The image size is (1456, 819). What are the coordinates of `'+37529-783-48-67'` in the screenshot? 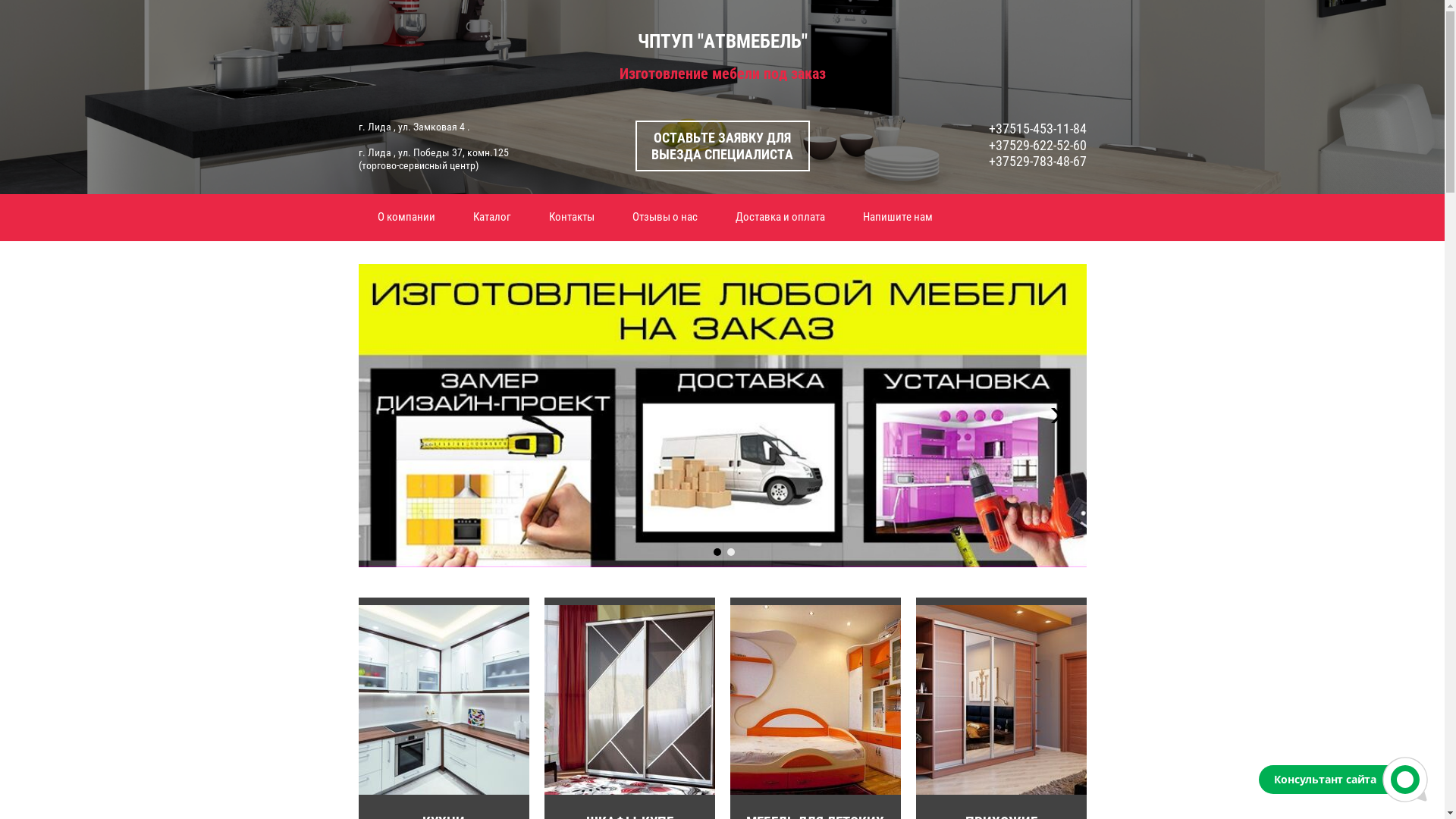 It's located at (1037, 161).